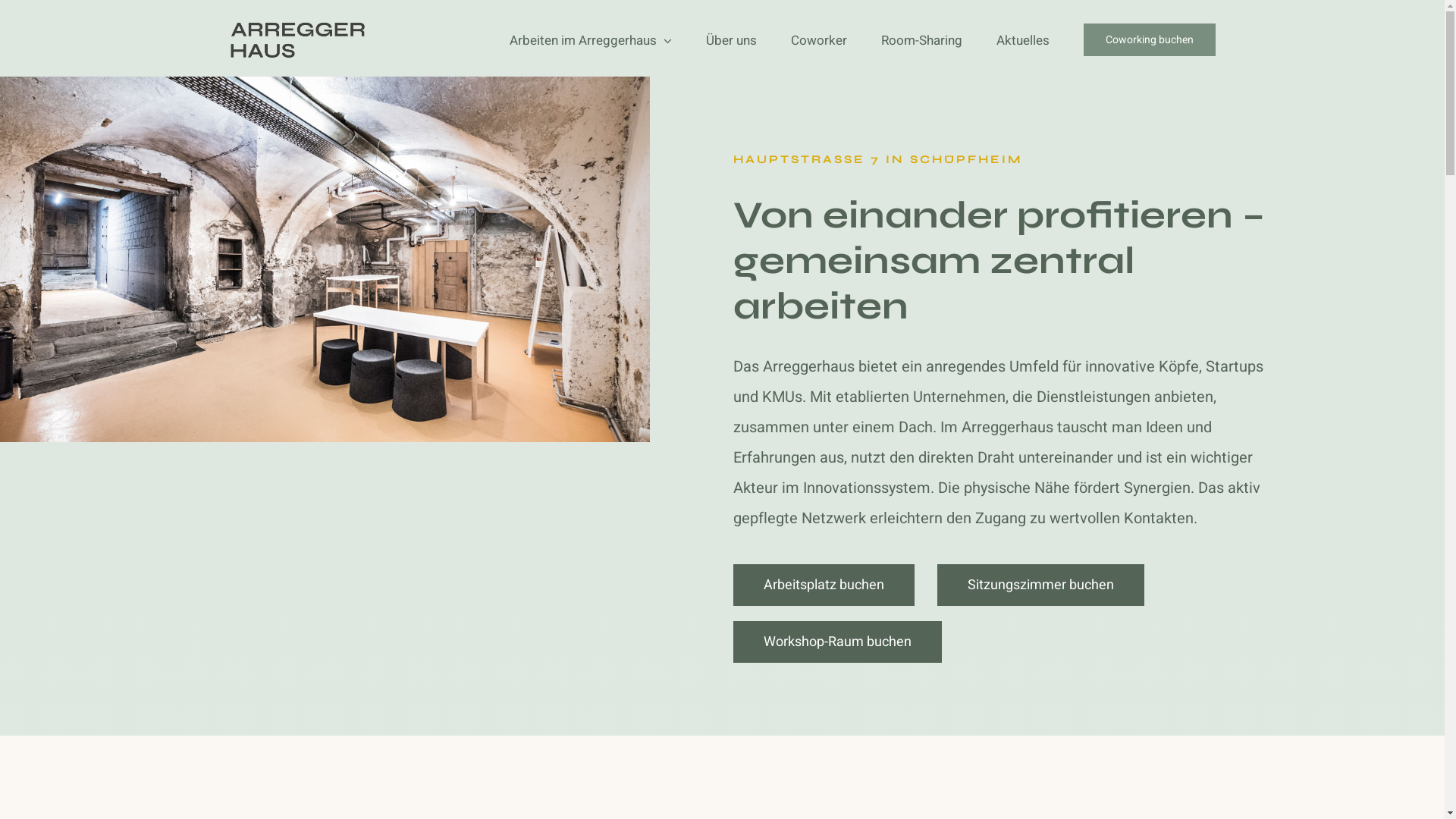 The width and height of the screenshot is (1456, 819). What do you see at coordinates (817, 39) in the screenshot?
I see `'Coworker'` at bounding box center [817, 39].